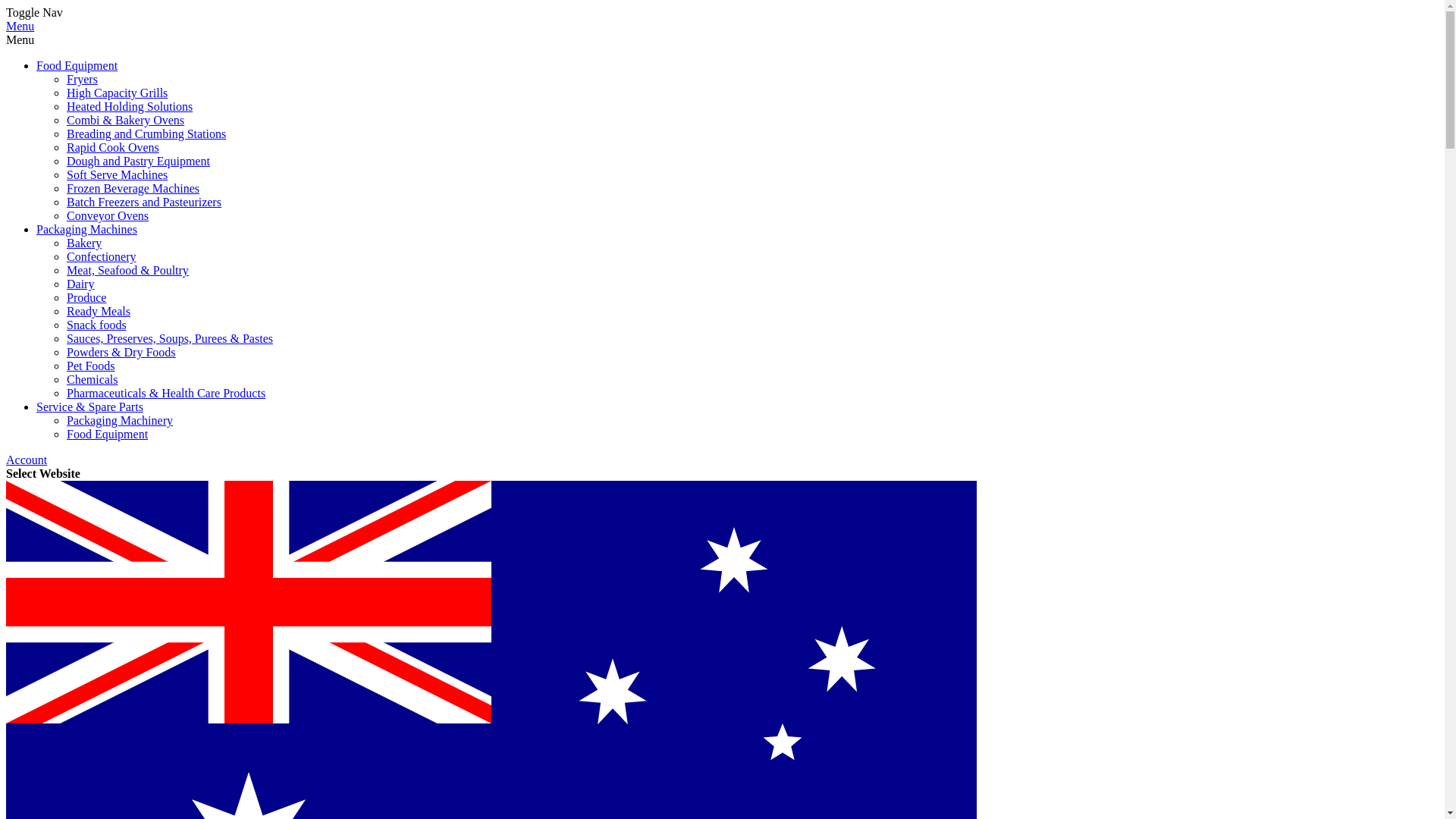  I want to click on 'Breading and Crumbing Stations', so click(146, 133).